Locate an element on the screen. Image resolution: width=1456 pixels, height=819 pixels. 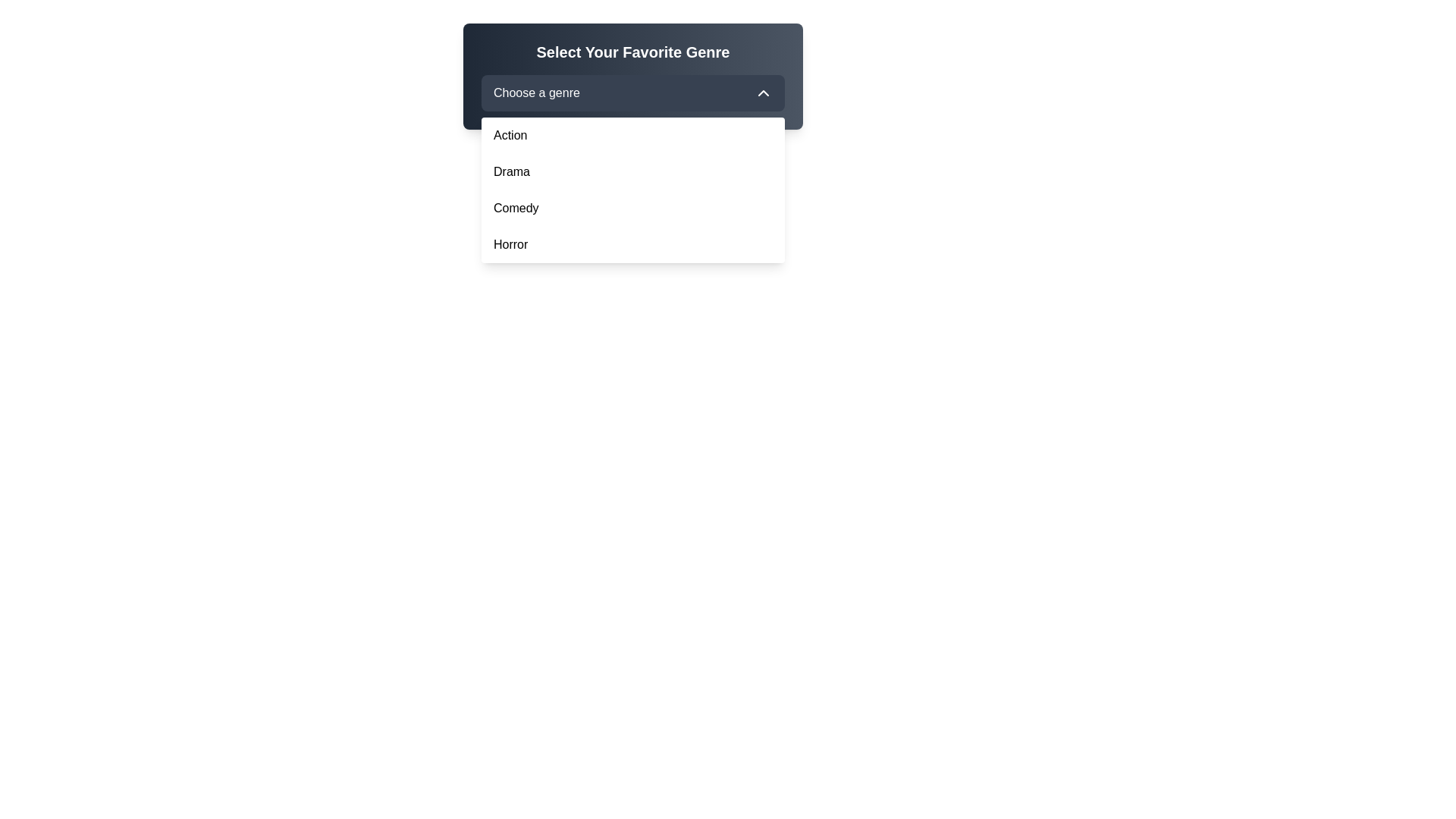
the 'Horror' item in the dropdown menu is located at coordinates (633, 244).